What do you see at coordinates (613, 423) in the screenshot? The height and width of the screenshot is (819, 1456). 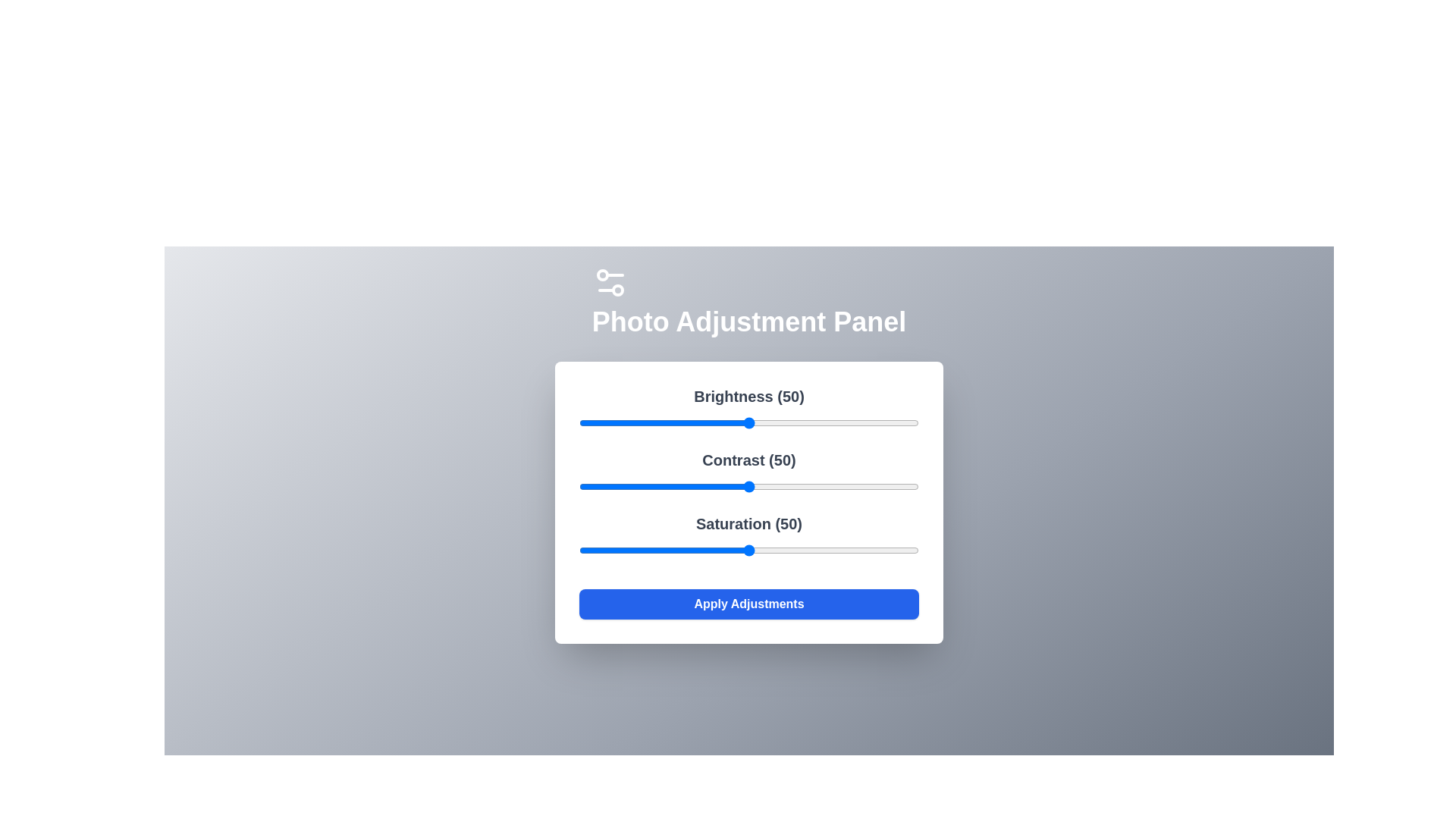 I see `the 0 slider to 10` at bounding box center [613, 423].